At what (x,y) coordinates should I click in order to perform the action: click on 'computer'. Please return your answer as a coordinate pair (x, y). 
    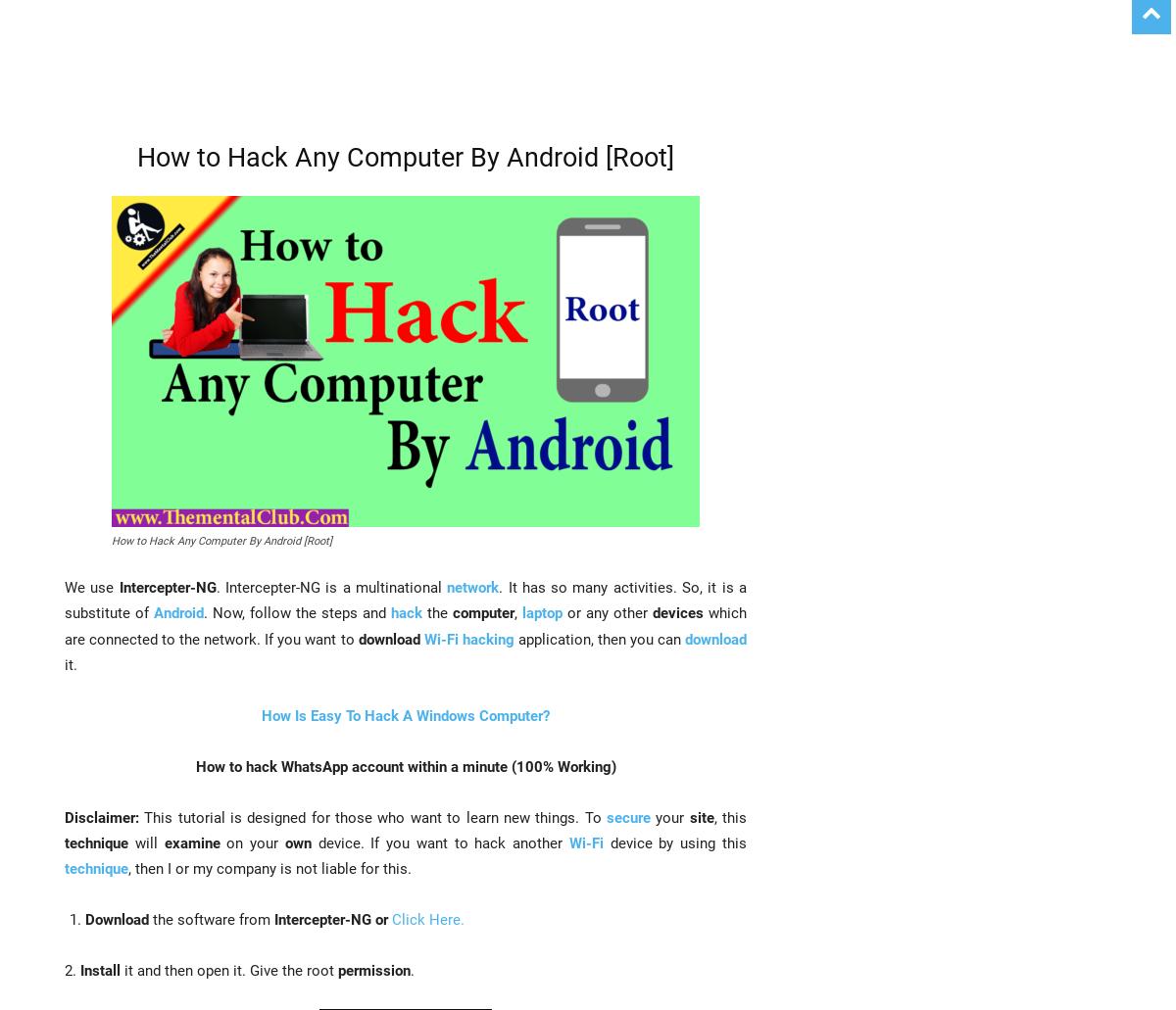
    Looking at the image, I should click on (482, 613).